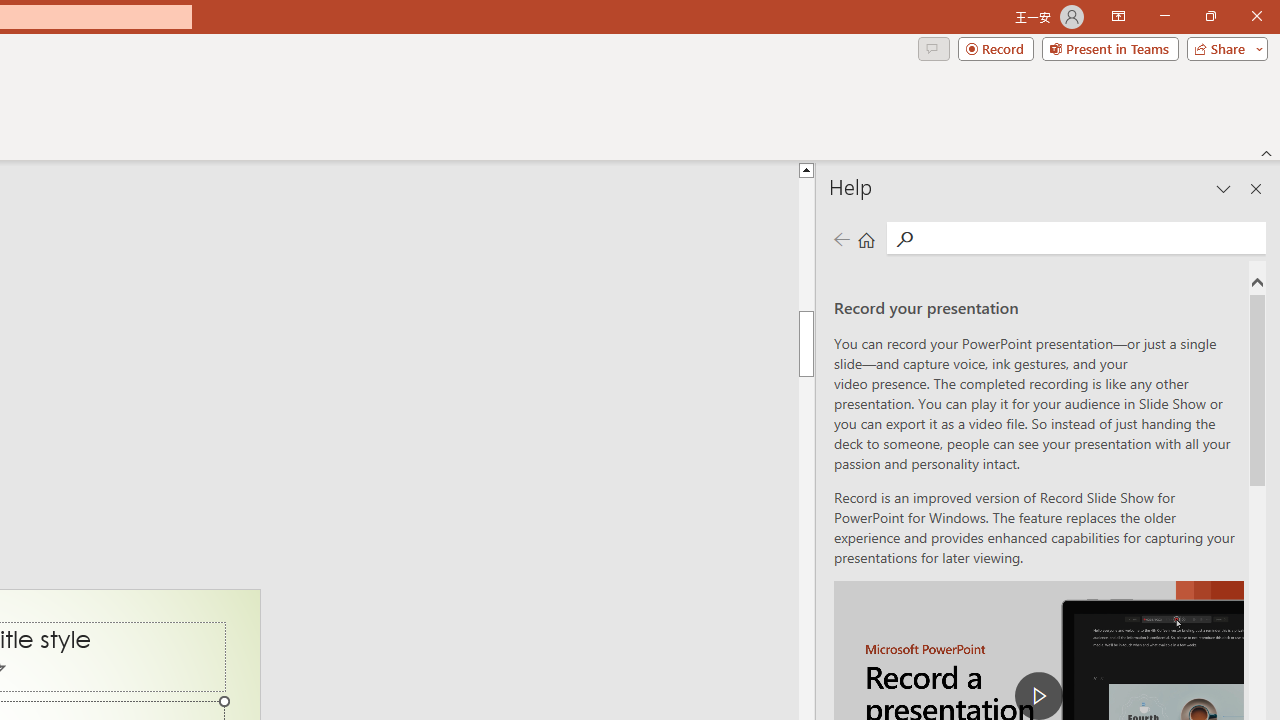 The height and width of the screenshot is (720, 1280). Describe the element at coordinates (903, 238) in the screenshot. I see `'Search'` at that location.